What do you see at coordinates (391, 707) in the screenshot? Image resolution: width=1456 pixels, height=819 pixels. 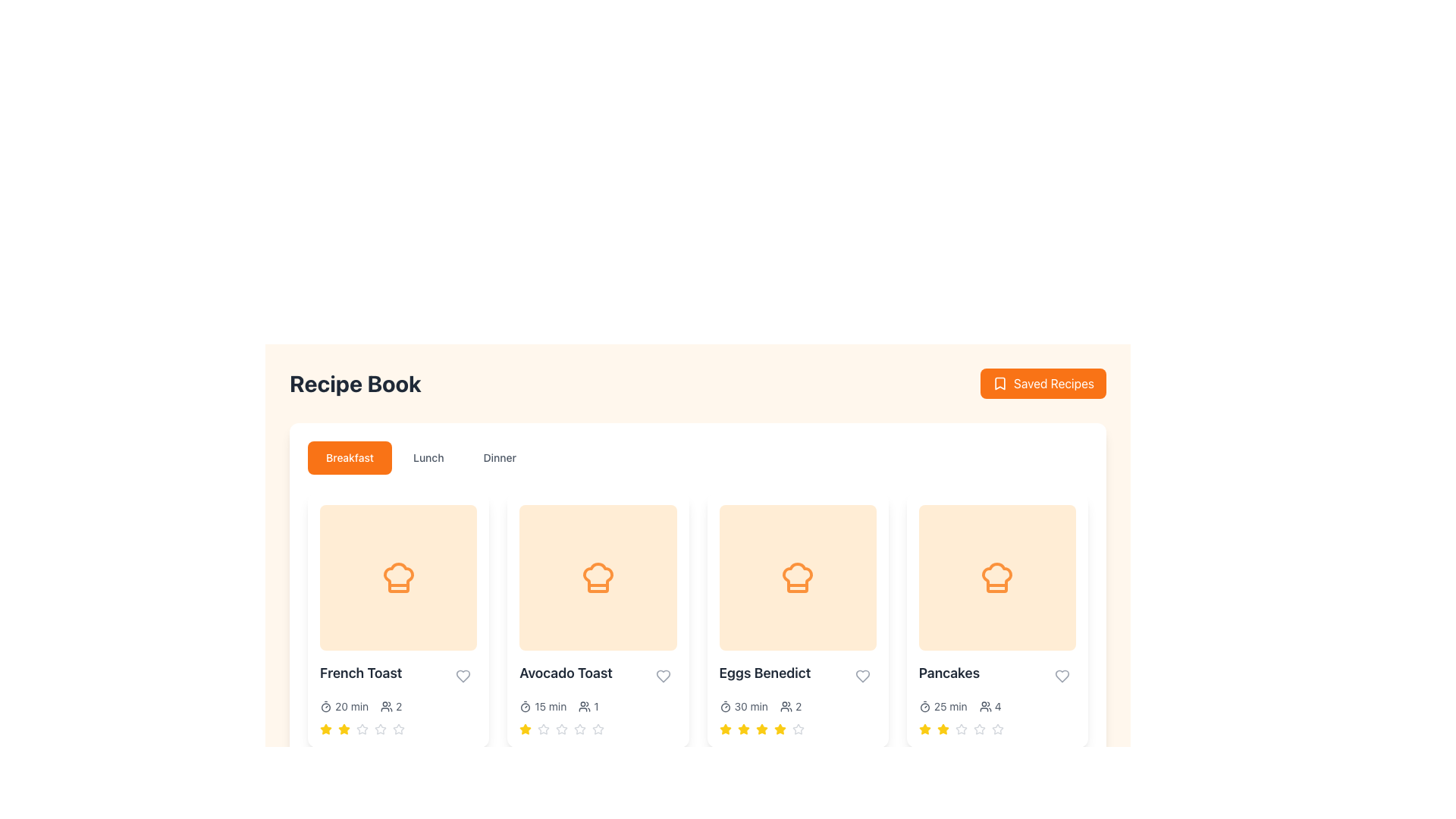 I see `the text indicator displaying the number '2' next to the user icon within the recipe information layout` at bounding box center [391, 707].